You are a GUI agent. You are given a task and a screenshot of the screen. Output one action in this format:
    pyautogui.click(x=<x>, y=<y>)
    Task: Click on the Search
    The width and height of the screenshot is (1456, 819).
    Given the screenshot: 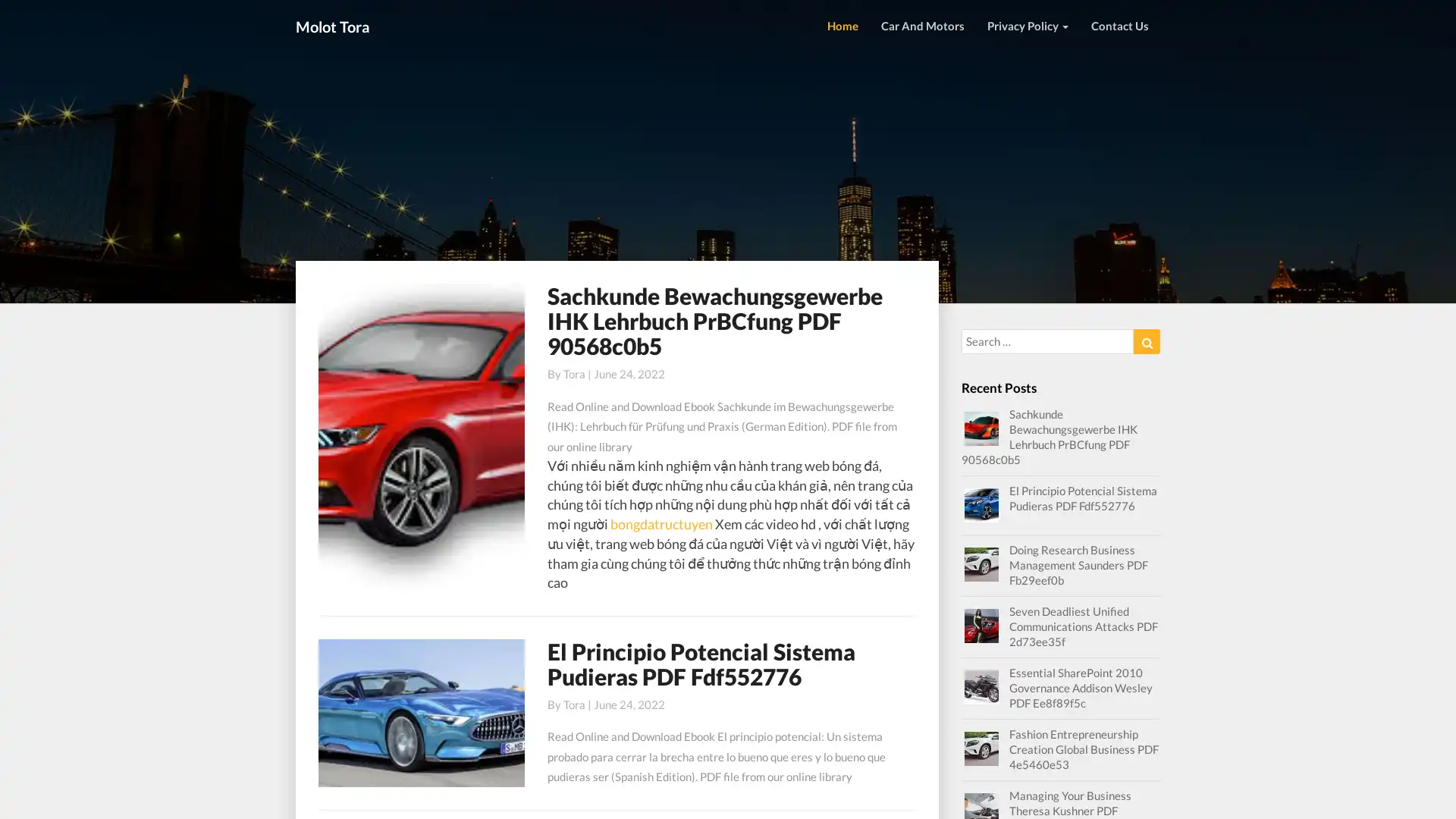 What is the action you would take?
    pyautogui.click(x=1147, y=341)
    